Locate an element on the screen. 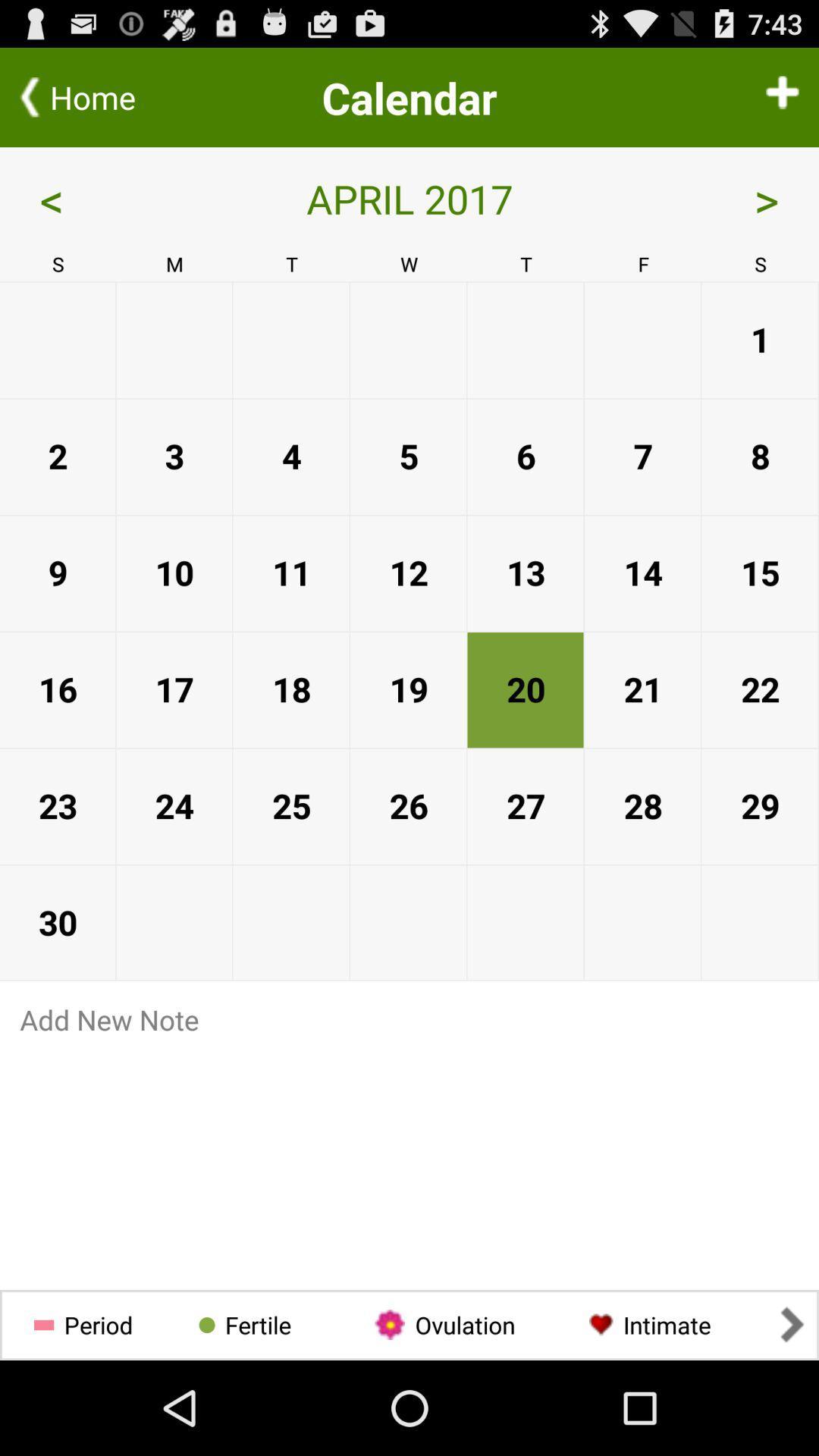 The height and width of the screenshot is (1456, 819). addition to calendar is located at coordinates (783, 96).